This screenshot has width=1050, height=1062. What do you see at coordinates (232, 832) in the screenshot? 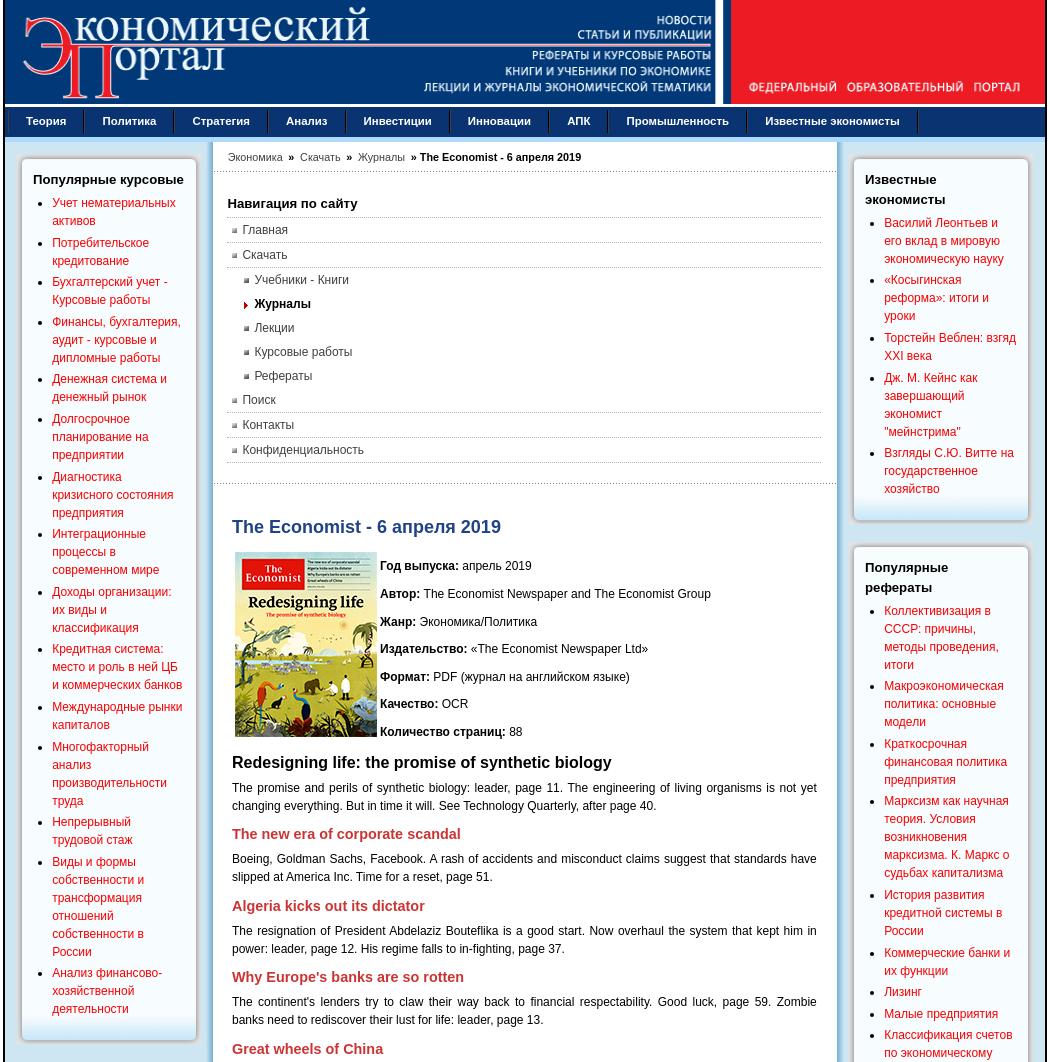
I see `'The new era of corporate scandal'` at bounding box center [232, 832].